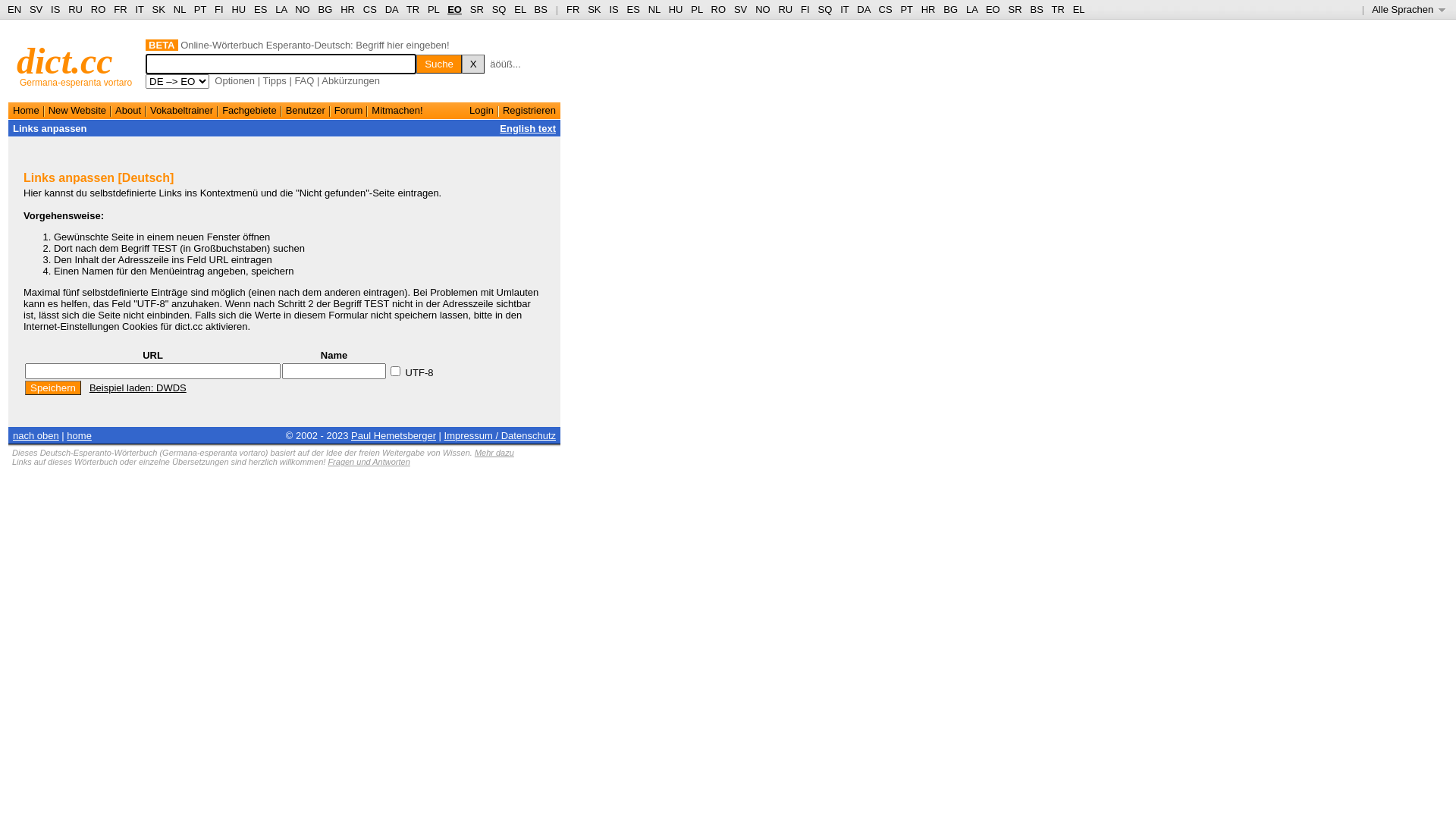 Image resolution: width=1456 pixels, height=819 pixels. What do you see at coordinates (843, 9) in the screenshot?
I see `'IT'` at bounding box center [843, 9].